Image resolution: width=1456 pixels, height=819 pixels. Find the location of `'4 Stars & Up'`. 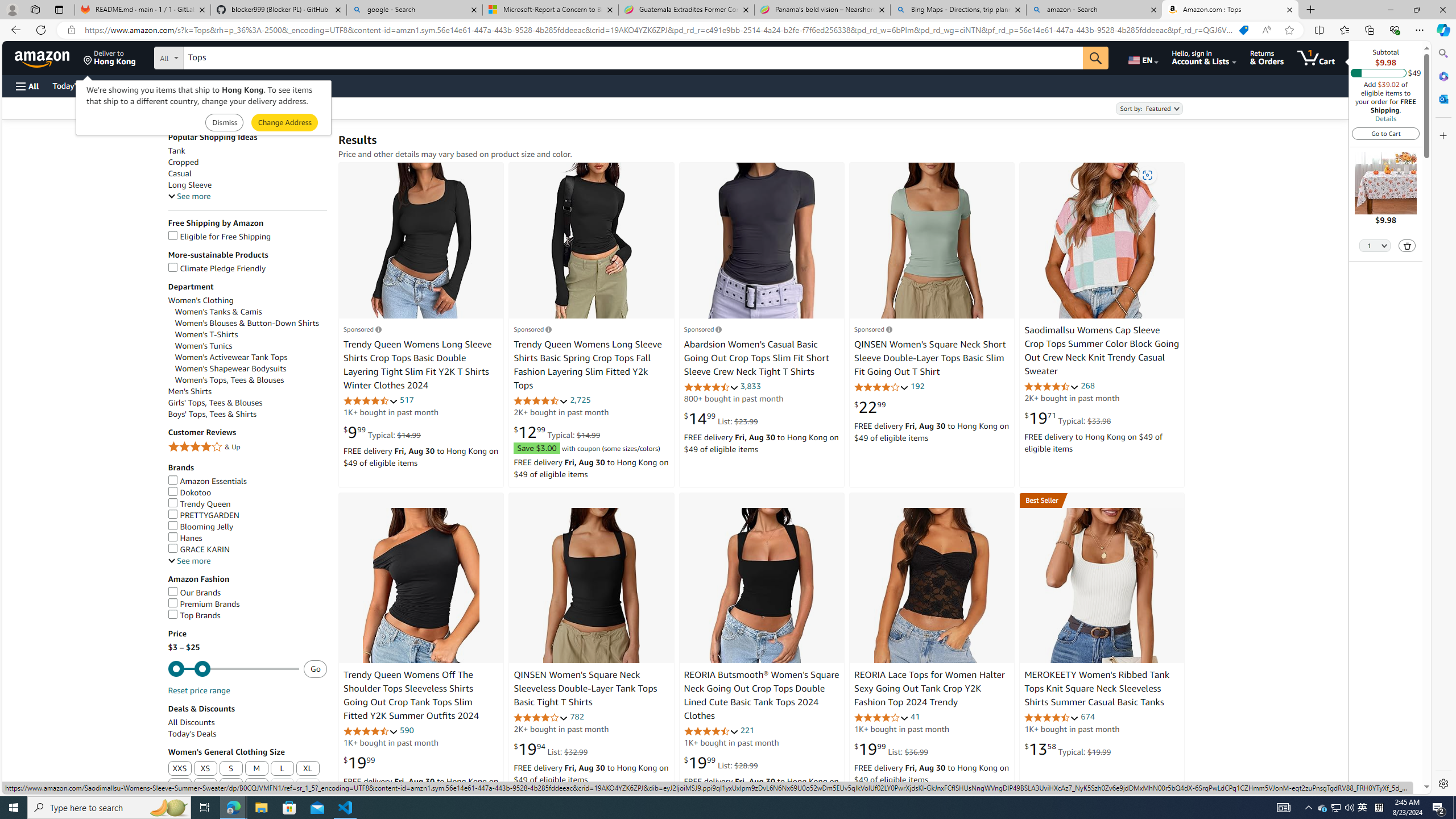

'4 Stars & Up' is located at coordinates (247, 446).